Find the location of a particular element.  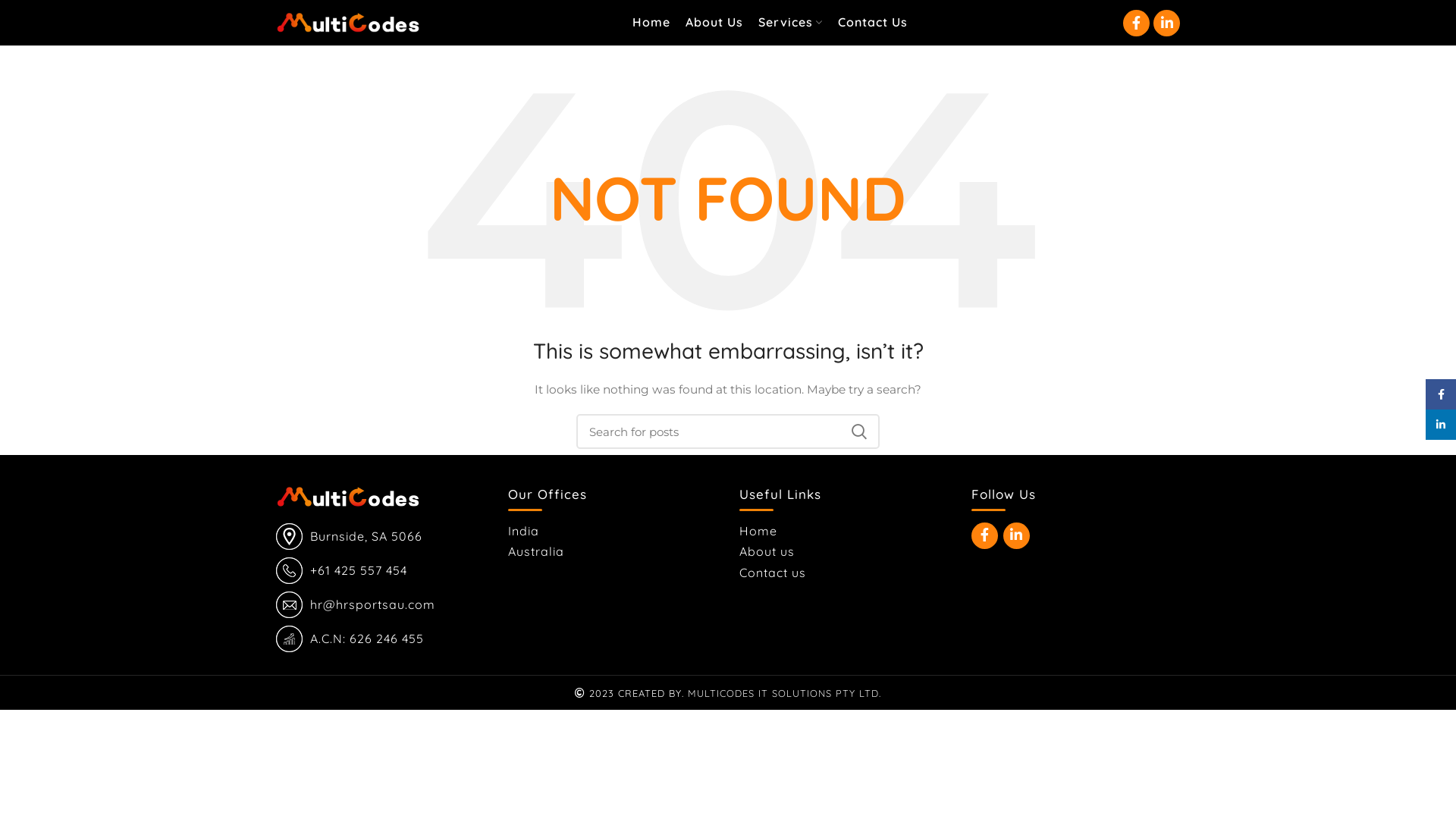

'call' is located at coordinates (276, 570).